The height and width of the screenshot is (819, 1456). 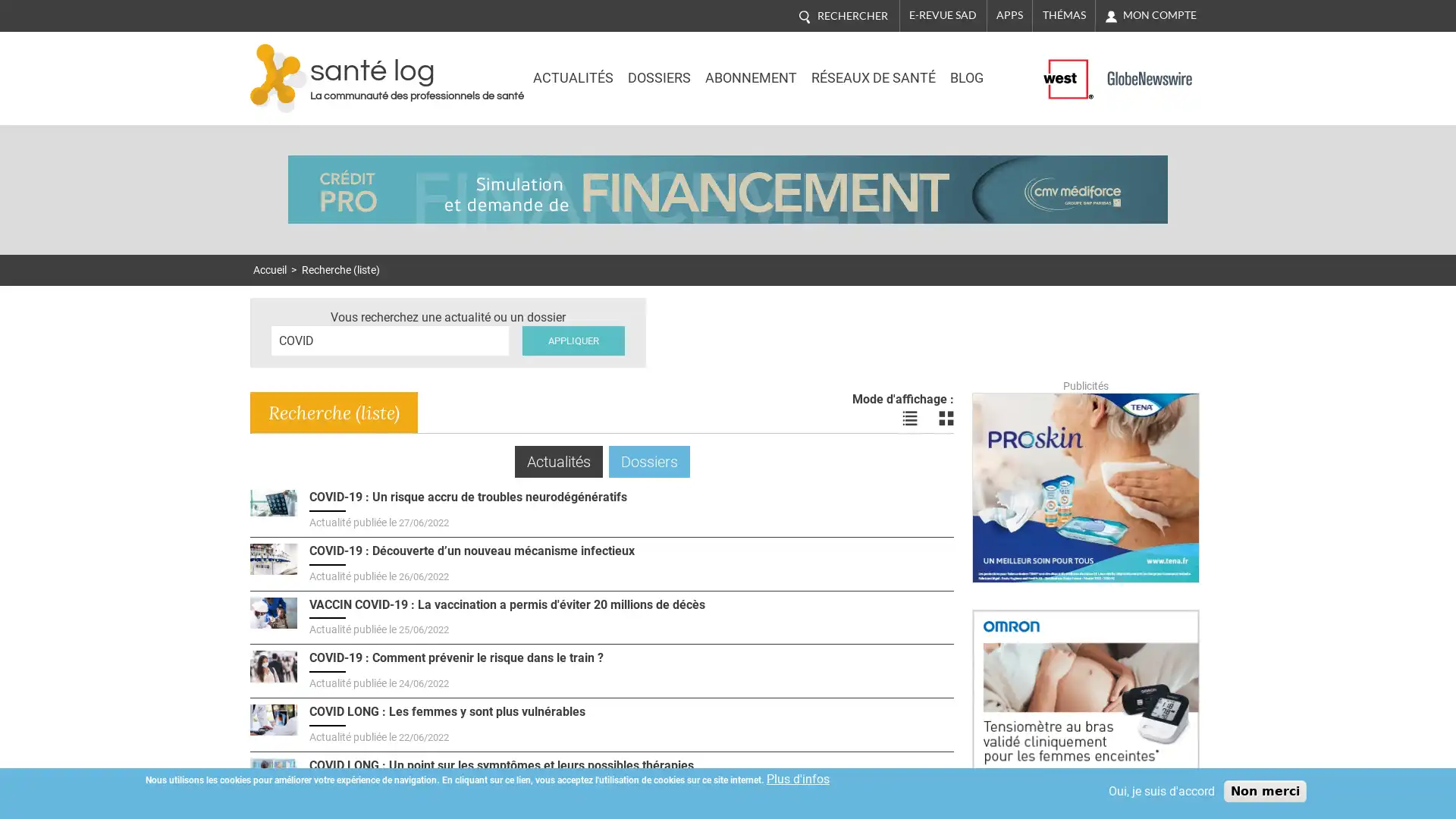 I want to click on Non merci, so click(x=1265, y=790).